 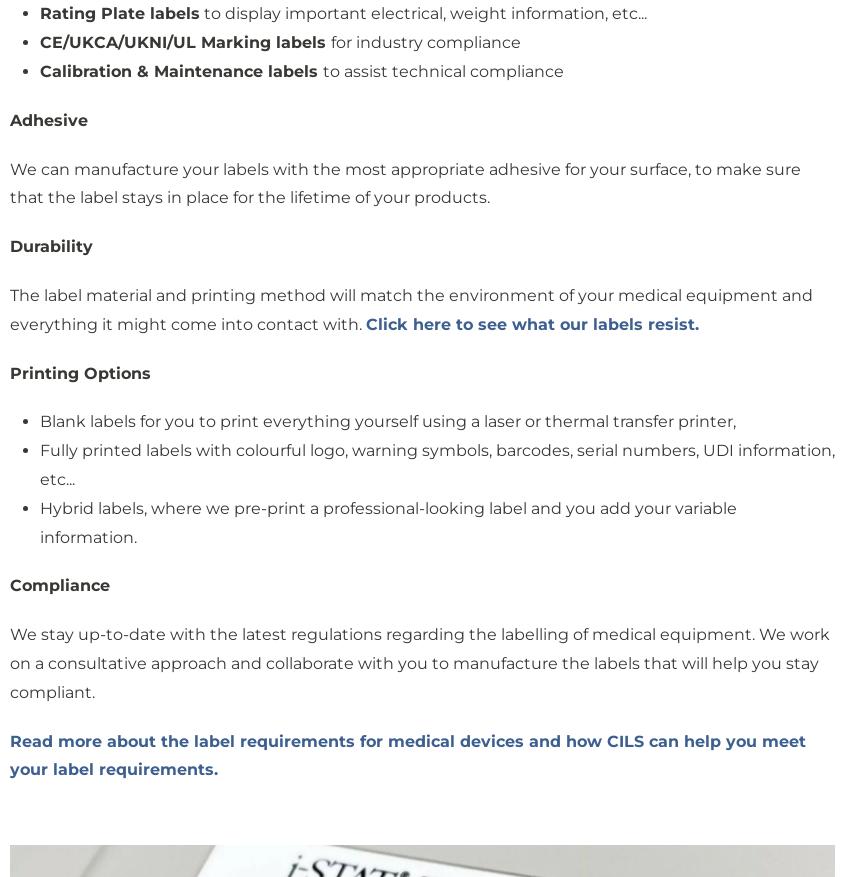 What do you see at coordinates (38, 520) in the screenshot?
I see `'Hybrid labels, where we pre-print a professional-looking label and you add your variable information.'` at bounding box center [38, 520].